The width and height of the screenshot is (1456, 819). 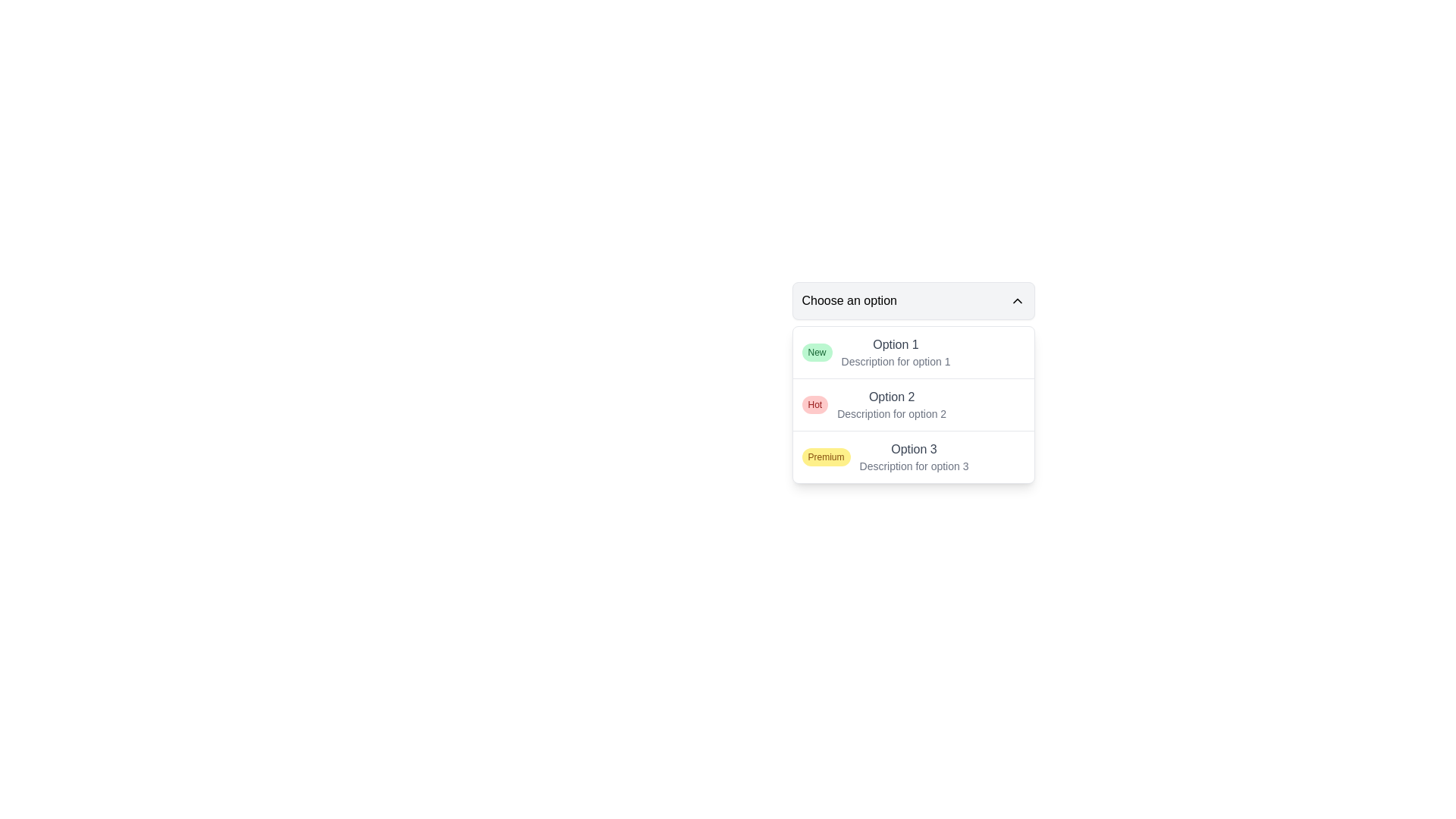 I want to click on the text label reading 'Description for option 2', which is part of a dropdown menu directly underneath 'Option 2' and its badge 'Hot', so click(x=892, y=414).